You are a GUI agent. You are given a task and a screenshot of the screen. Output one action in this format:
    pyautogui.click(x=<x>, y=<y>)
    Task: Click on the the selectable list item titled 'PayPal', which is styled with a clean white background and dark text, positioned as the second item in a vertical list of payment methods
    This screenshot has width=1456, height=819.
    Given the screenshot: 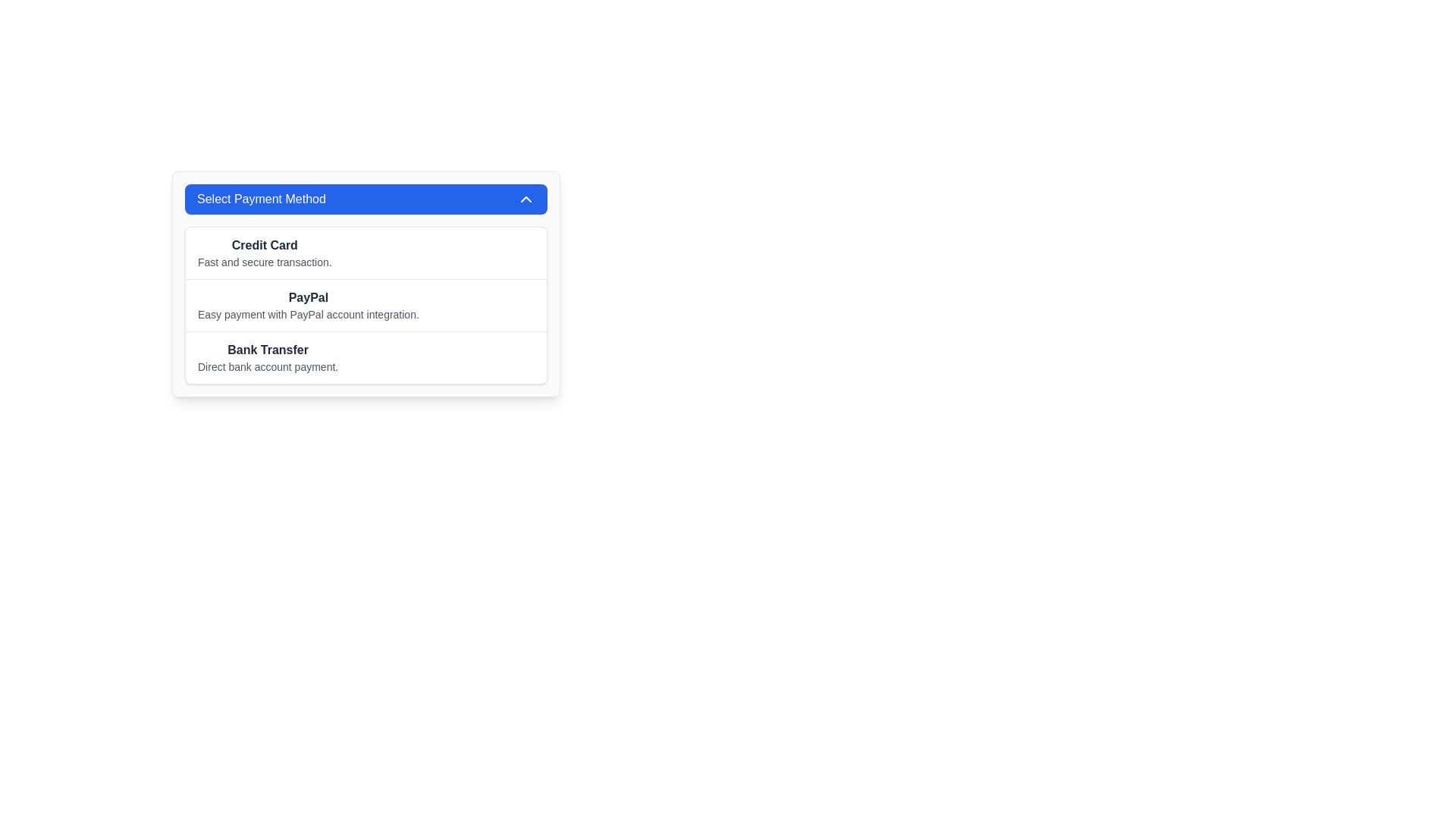 What is the action you would take?
    pyautogui.click(x=366, y=304)
    